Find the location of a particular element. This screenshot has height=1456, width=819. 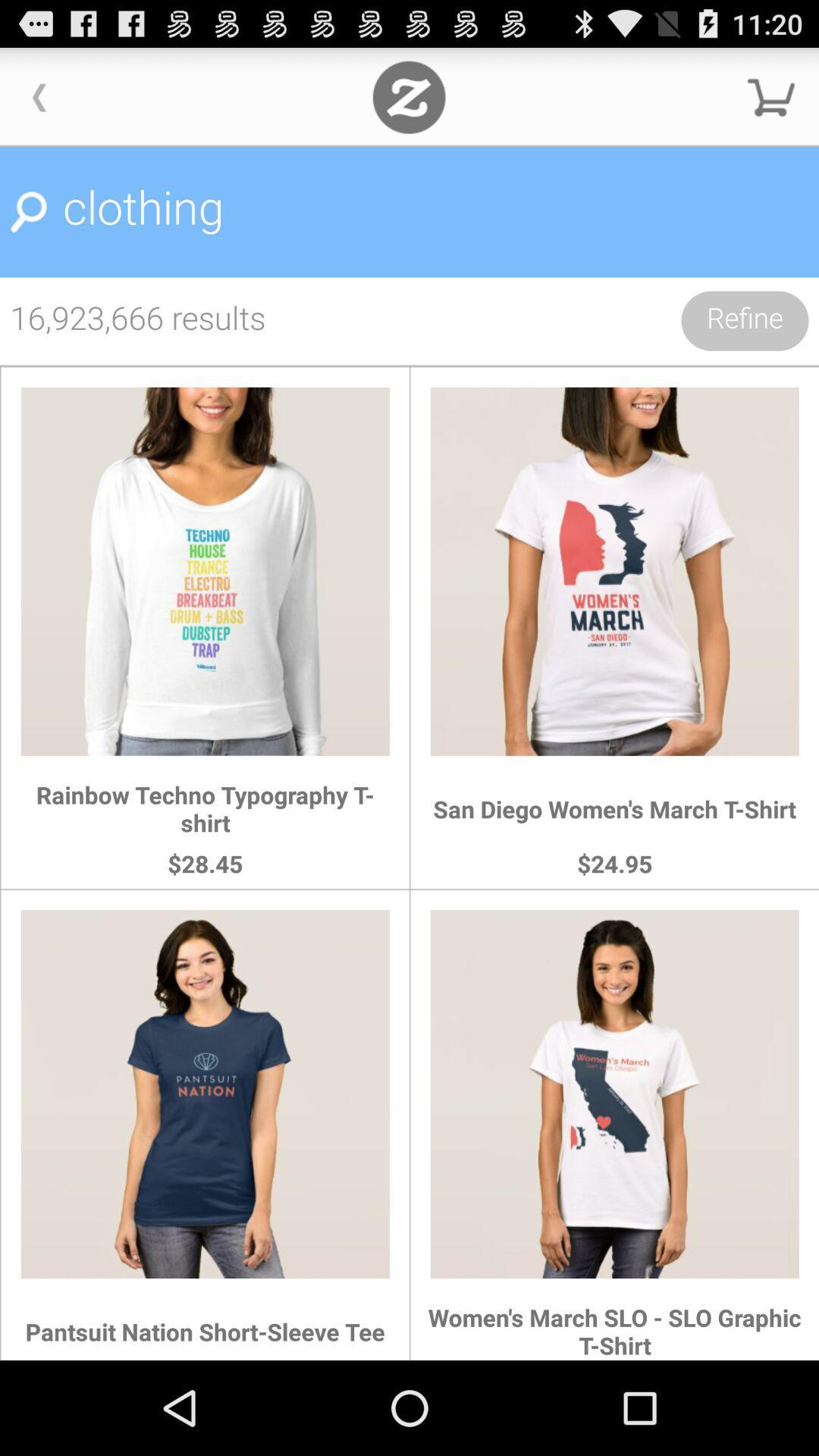

check out is located at coordinates (771, 96).